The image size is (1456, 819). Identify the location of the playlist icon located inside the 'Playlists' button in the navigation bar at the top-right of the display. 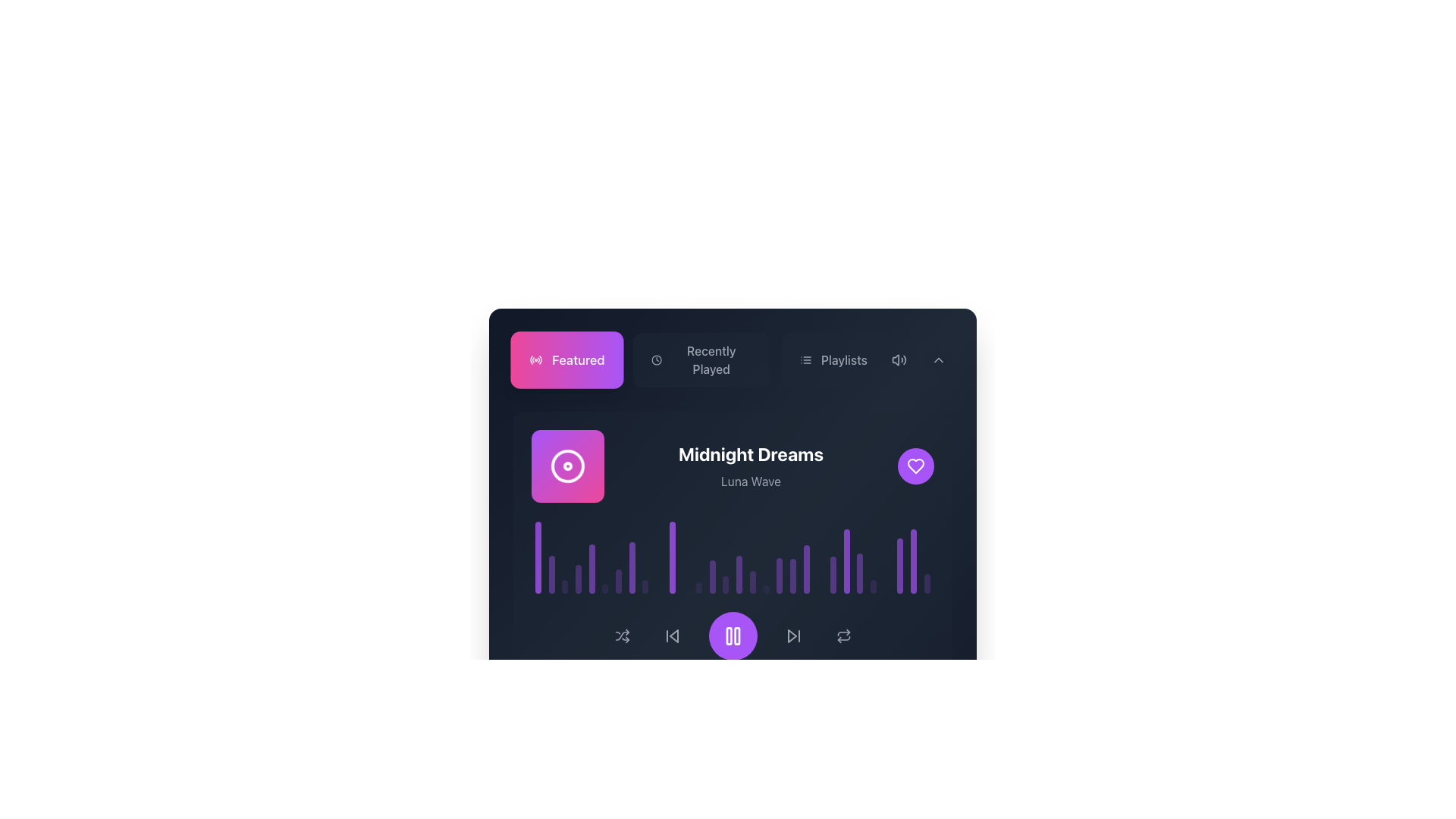
(805, 359).